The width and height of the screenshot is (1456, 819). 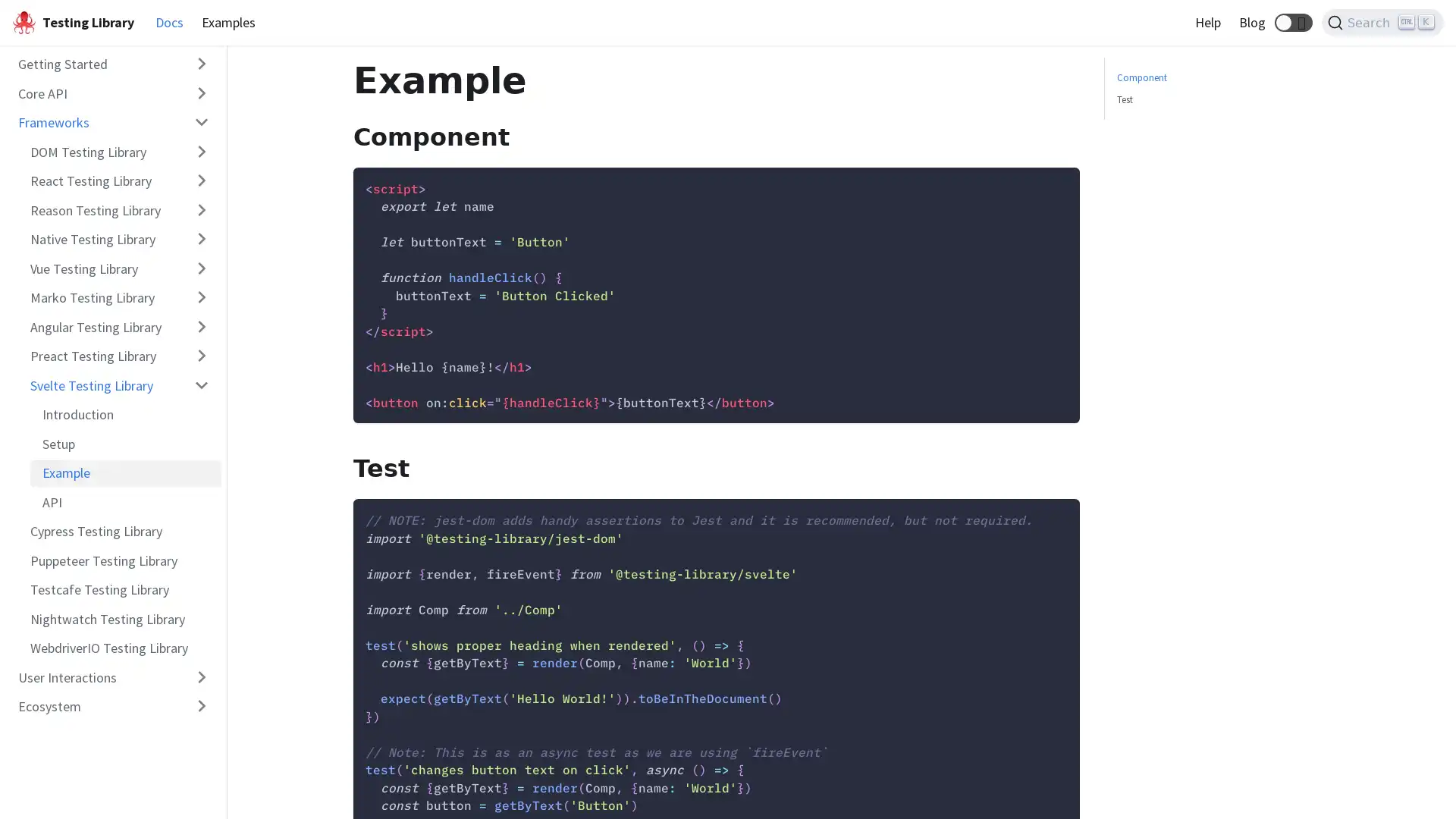 What do you see at coordinates (1055, 516) in the screenshot?
I see `Copy code to clipboard` at bounding box center [1055, 516].